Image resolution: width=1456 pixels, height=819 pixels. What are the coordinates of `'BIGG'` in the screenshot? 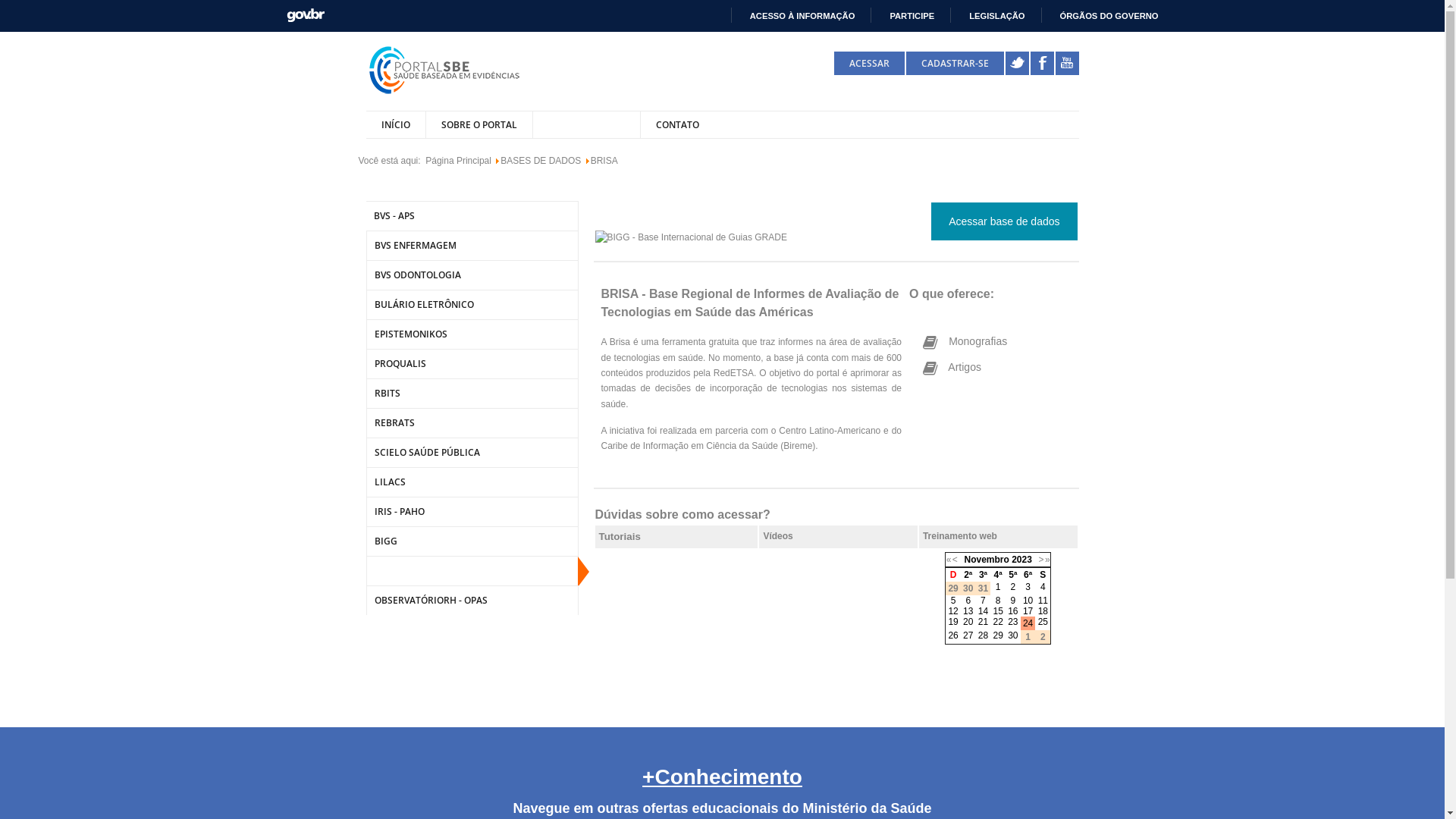 It's located at (471, 540).